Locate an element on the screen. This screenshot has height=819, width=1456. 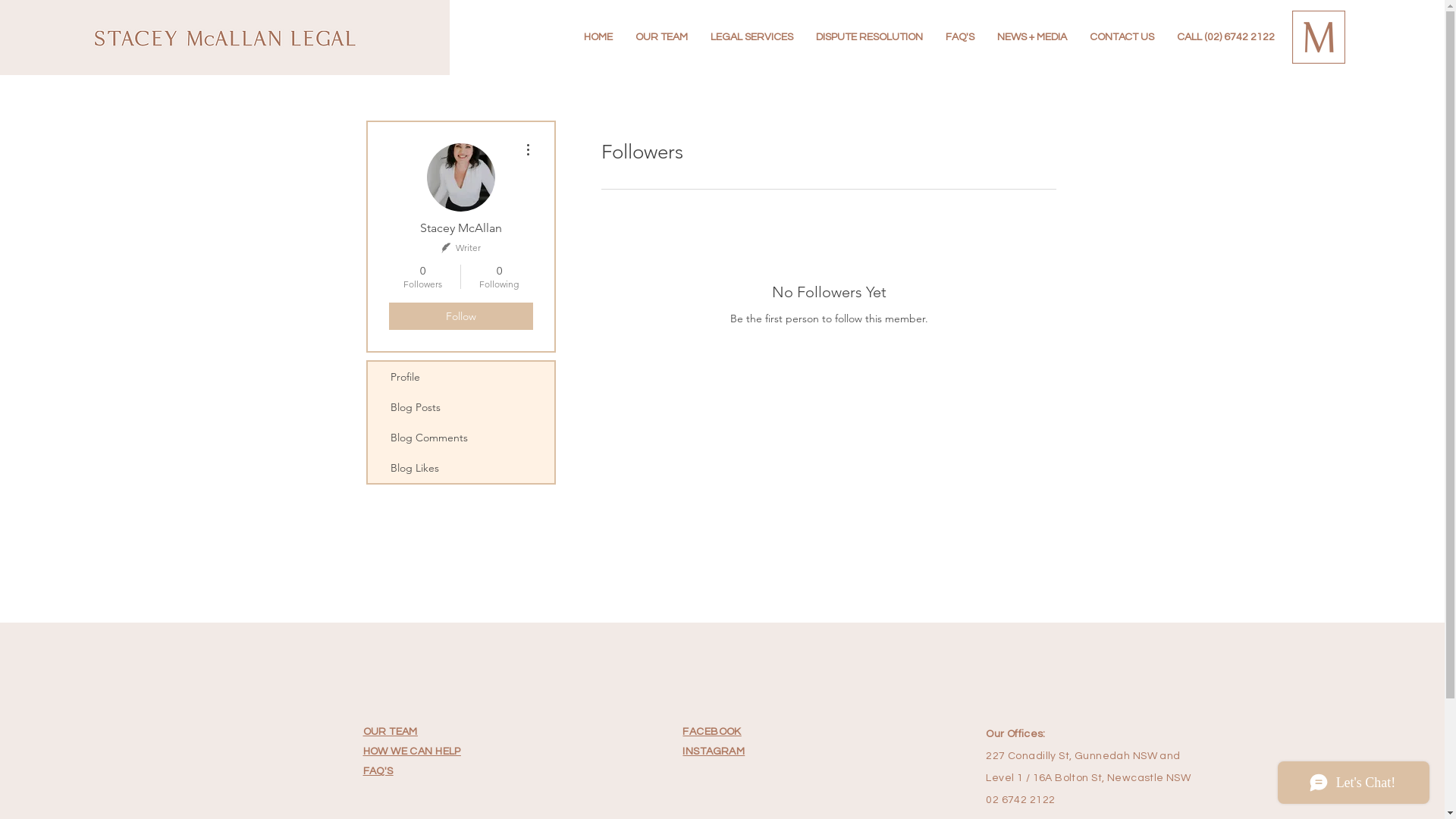
'0 is located at coordinates (422, 277).